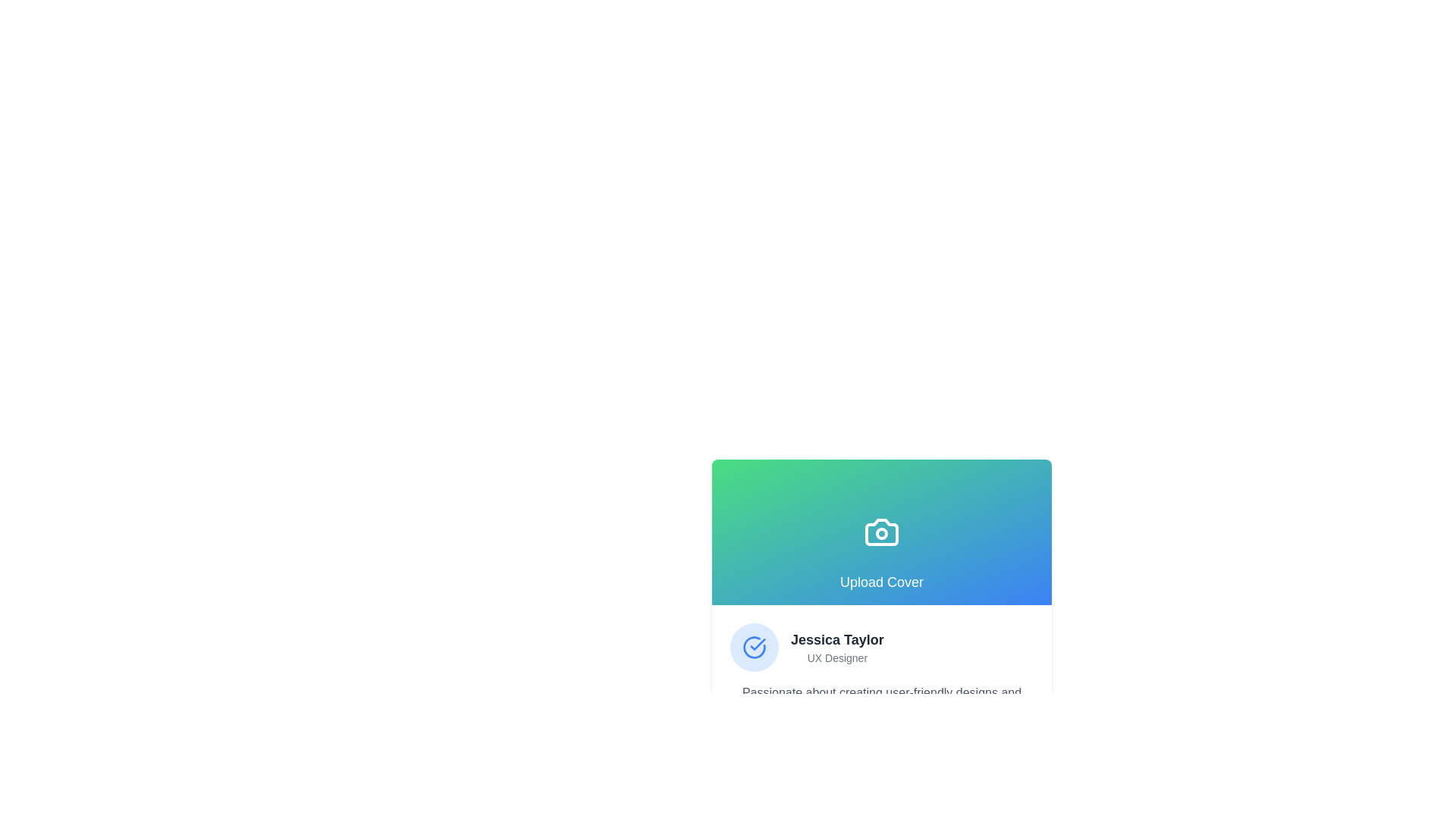  What do you see at coordinates (881, 532) in the screenshot?
I see `the 'Upload Cover' button, which is centrally located within a rectangle that transitions from green to blue and is labeled below the icon` at bounding box center [881, 532].